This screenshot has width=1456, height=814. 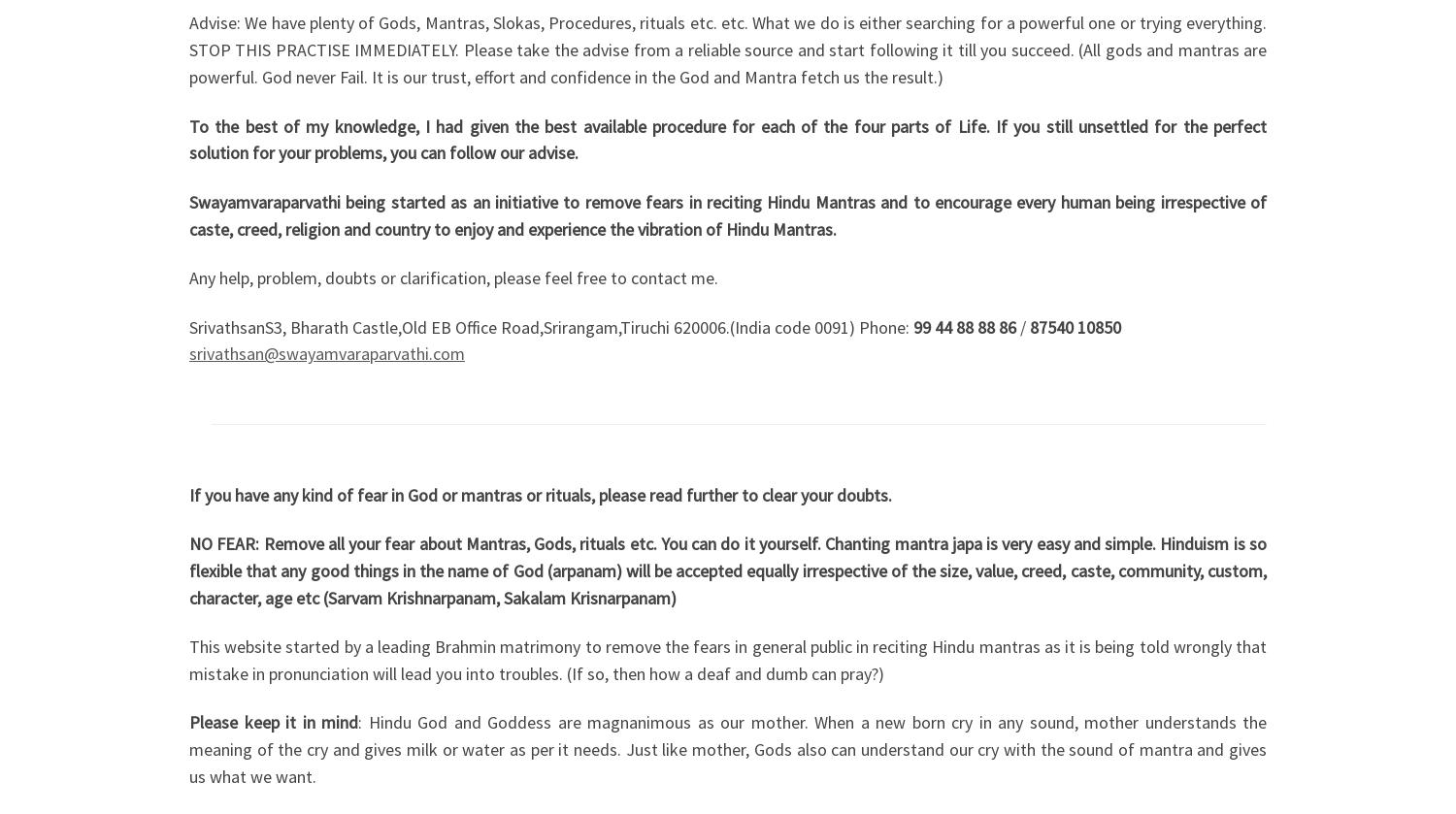 I want to click on 'srivathsan@swayamvaraparvathi.com', so click(x=326, y=353).